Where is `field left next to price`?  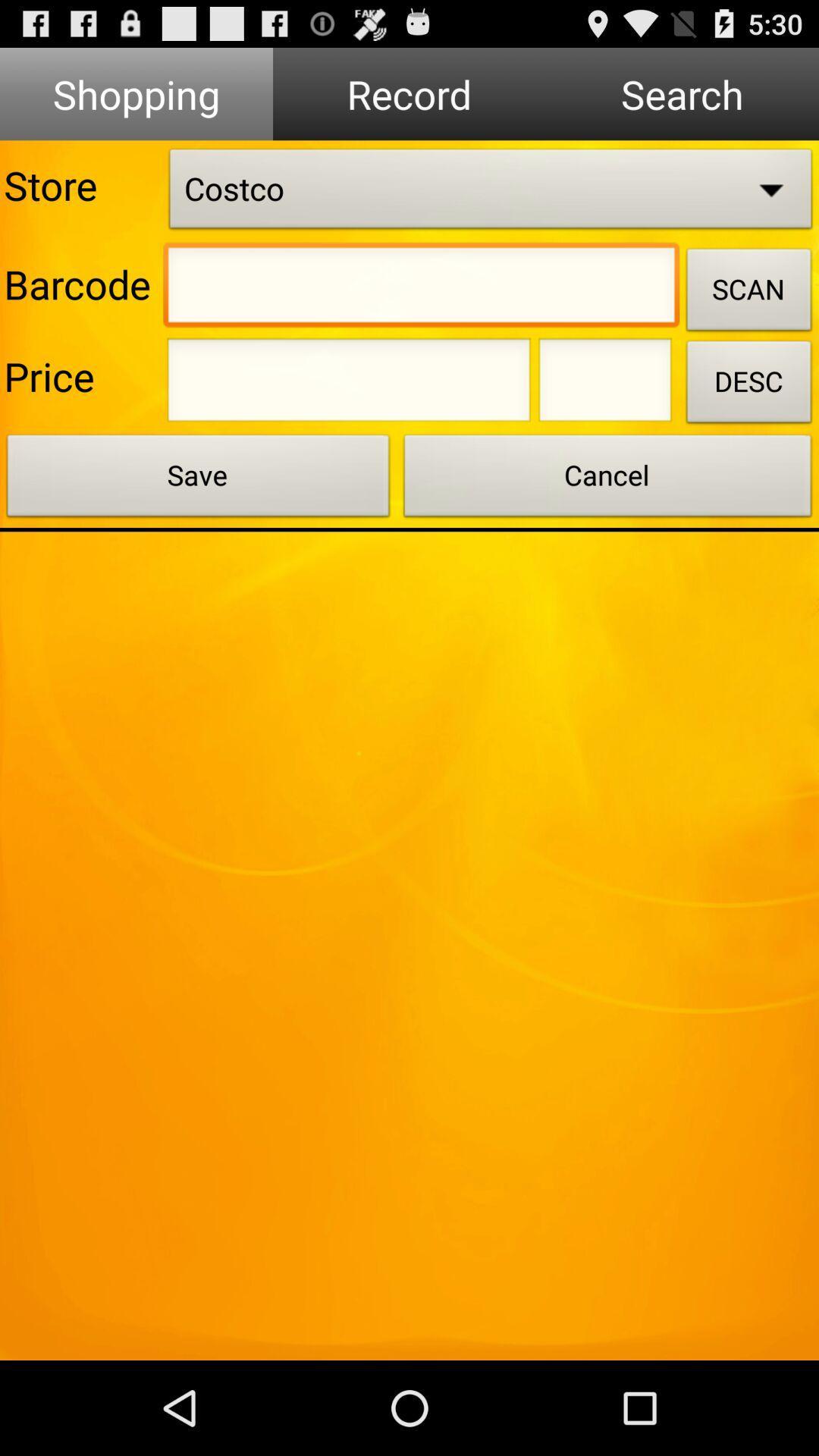 field left next to price is located at coordinates (348, 384).